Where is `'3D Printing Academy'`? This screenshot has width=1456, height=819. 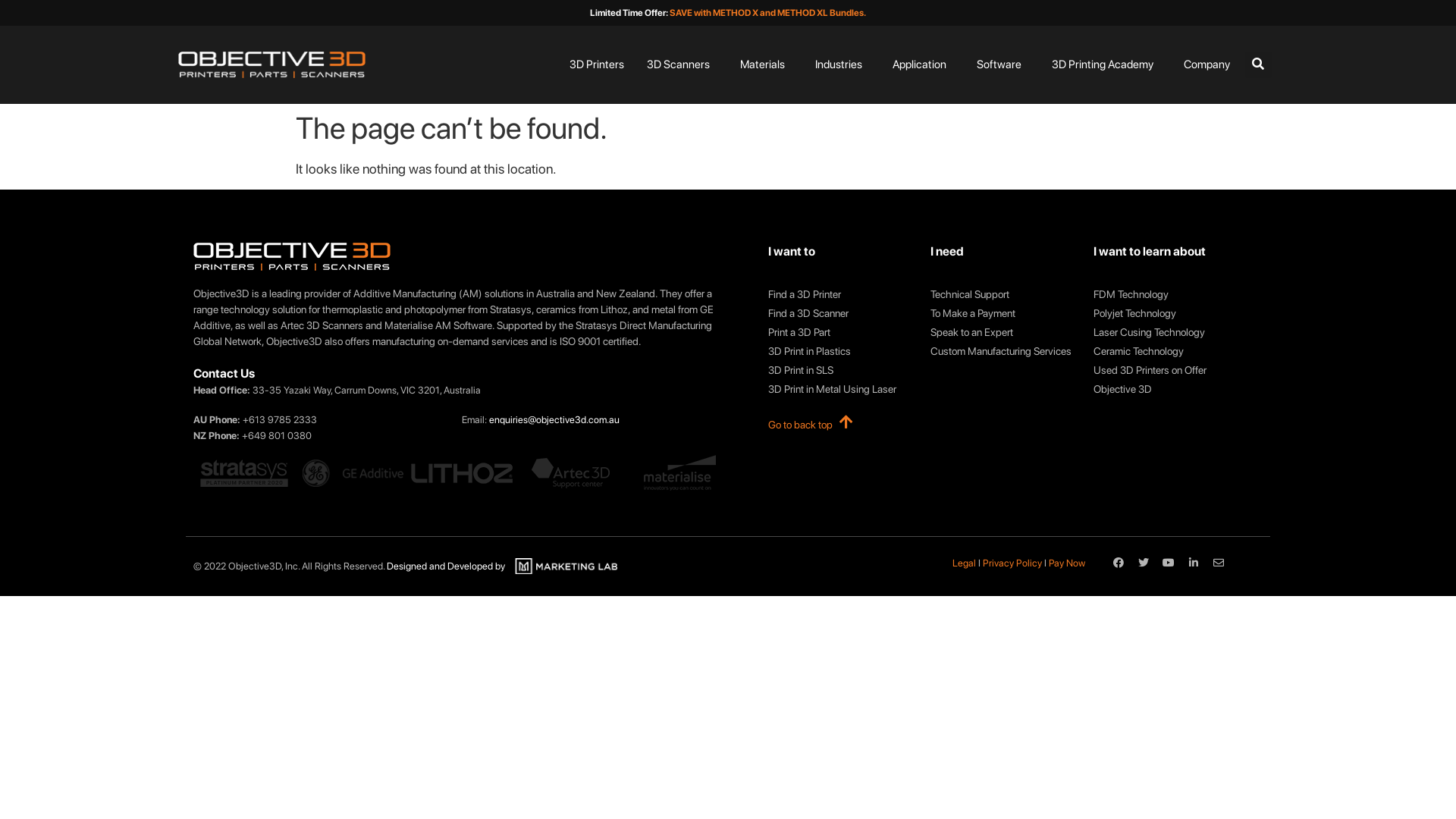 '3D Printing Academy' is located at coordinates (1102, 64).